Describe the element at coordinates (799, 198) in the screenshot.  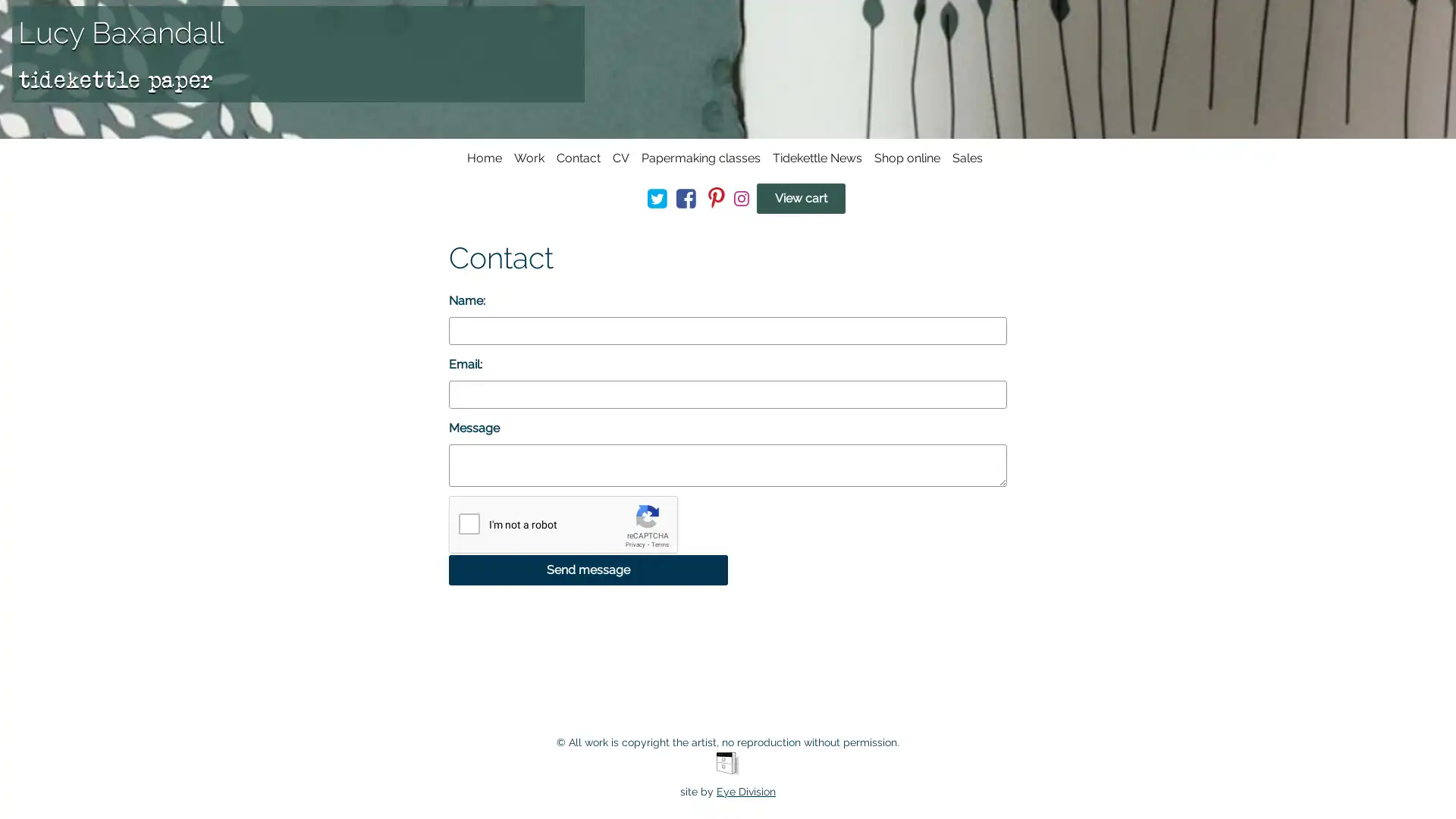
I see `View cart` at that location.